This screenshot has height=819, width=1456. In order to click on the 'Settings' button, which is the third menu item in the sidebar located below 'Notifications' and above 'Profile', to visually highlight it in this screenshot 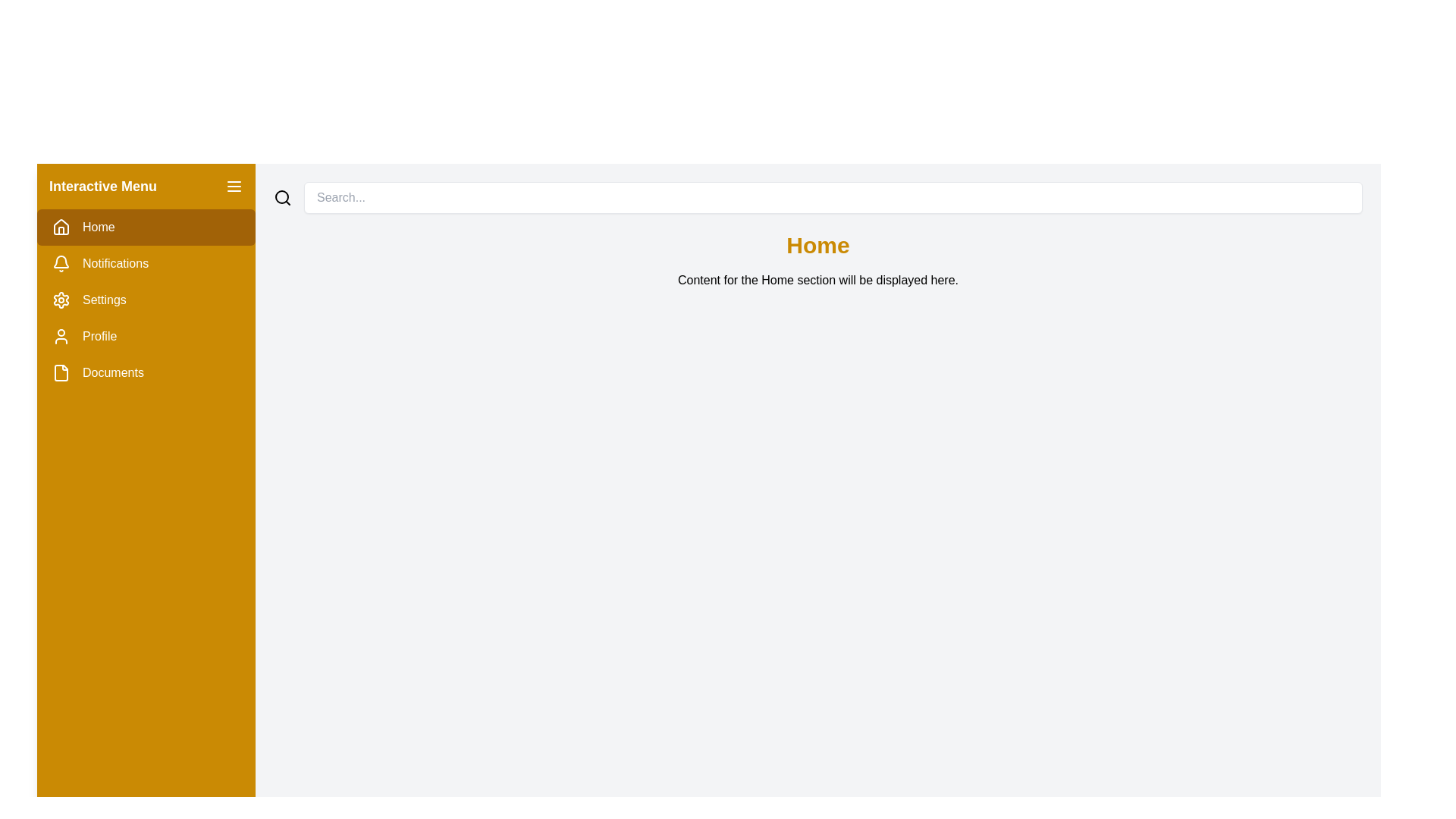, I will do `click(146, 300)`.